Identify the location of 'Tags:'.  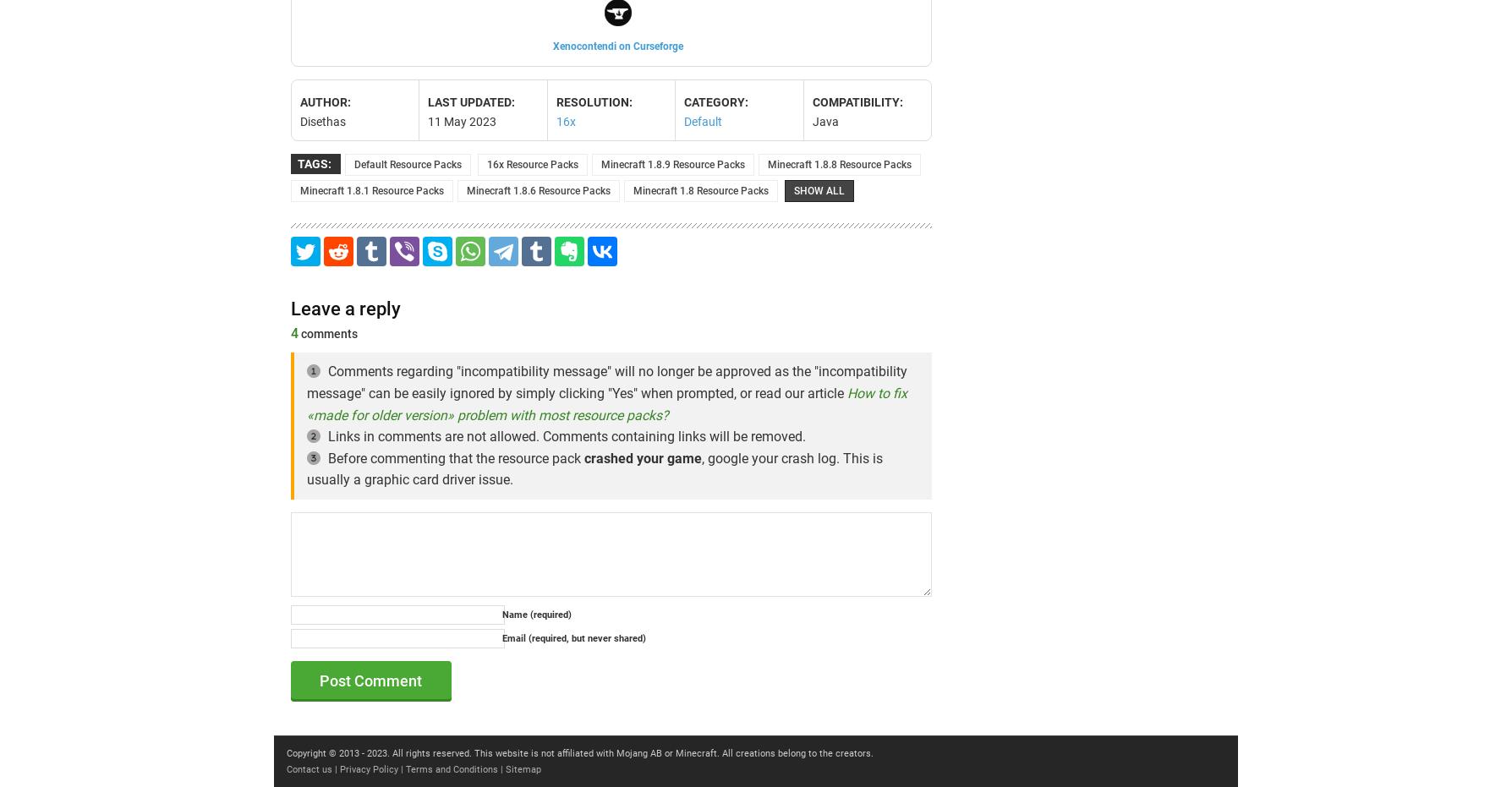
(315, 161).